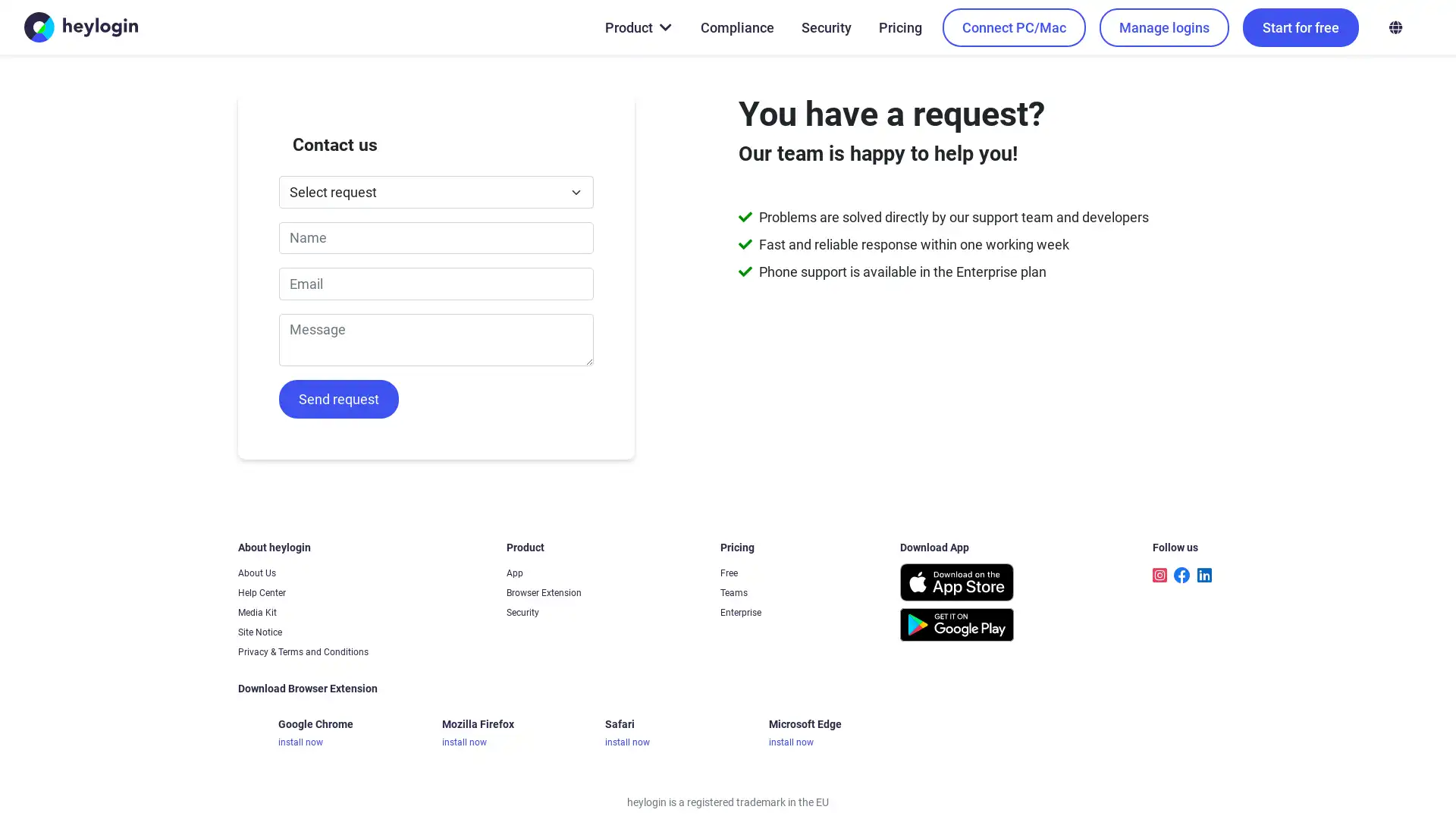 This screenshot has height=819, width=1456. Describe the element at coordinates (1395, 27) in the screenshot. I see `Language Switcher` at that location.